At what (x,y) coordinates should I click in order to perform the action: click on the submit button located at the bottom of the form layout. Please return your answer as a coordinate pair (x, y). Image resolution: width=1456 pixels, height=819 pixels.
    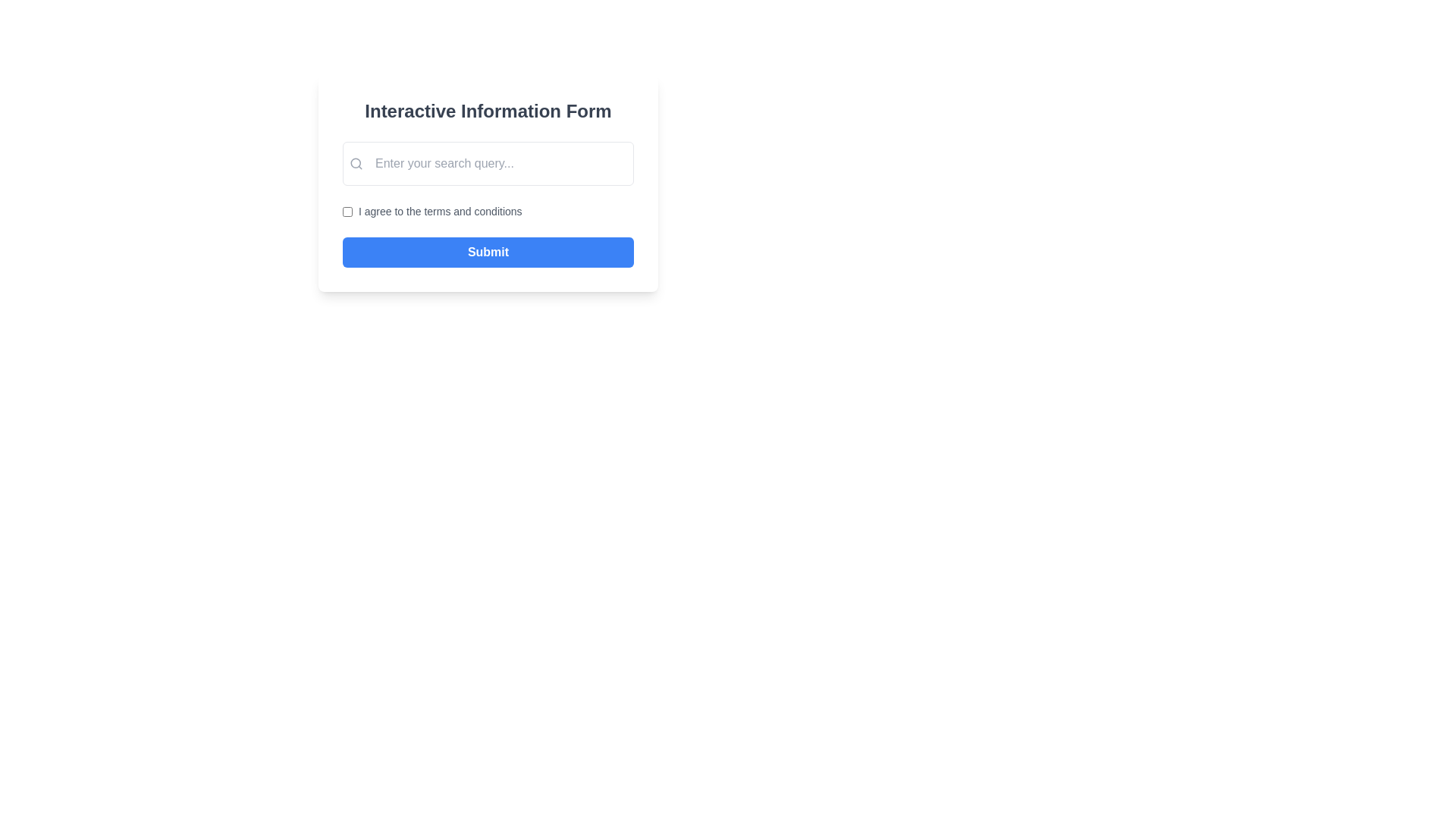
    Looking at the image, I should click on (488, 251).